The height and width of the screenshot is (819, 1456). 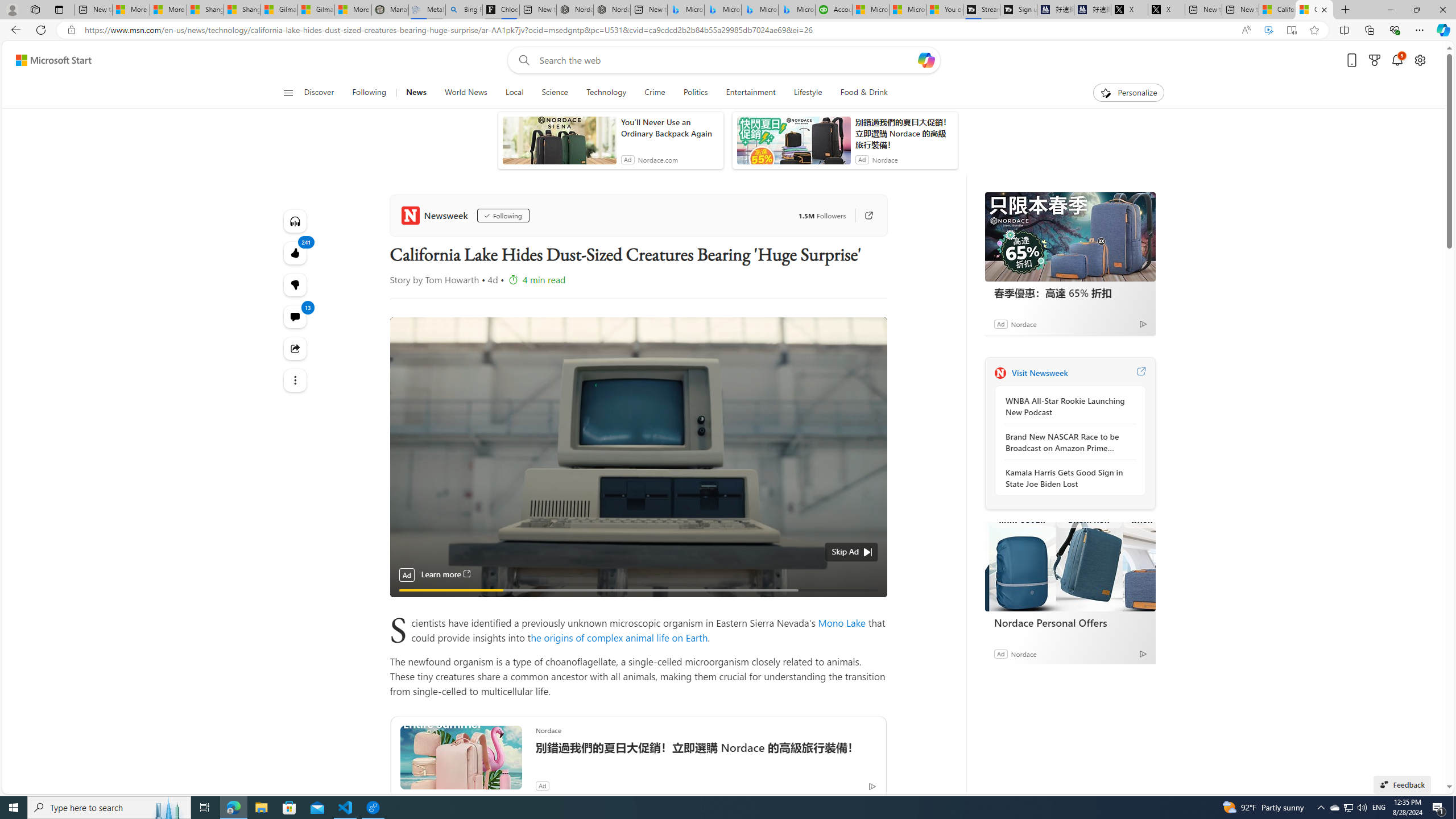 I want to click on 'Listen to this article', so click(x=295, y=220).